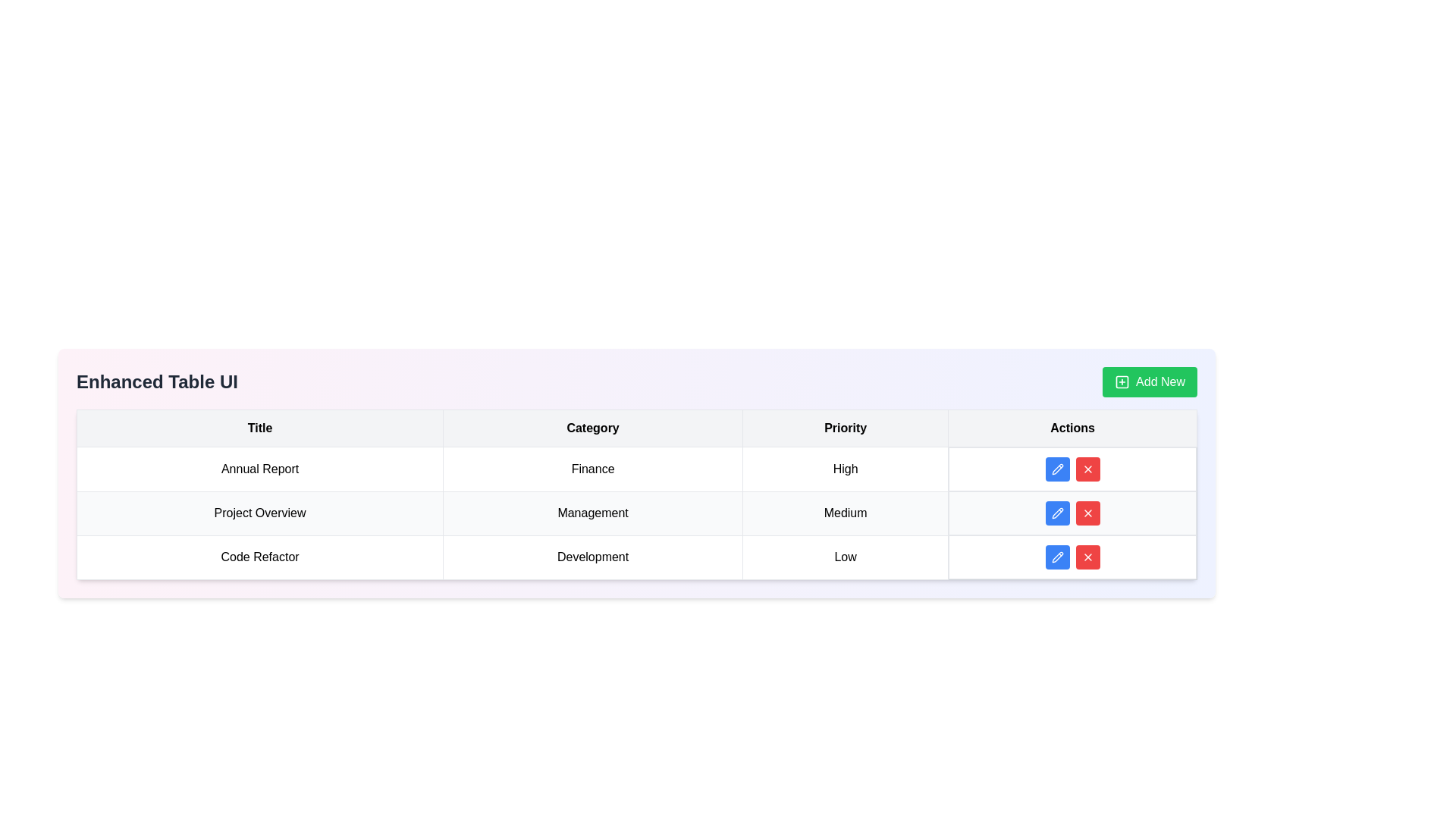 Image resolution: width=1456 pixels, height=819 pixels. What do you see at coordinates (1072, 428) in the screenshot?
I see `the 'Actions' column header in the table, which is the fourth header after 'Title', 'Category', and 'Priority'` at bounding box center [1072, 428].